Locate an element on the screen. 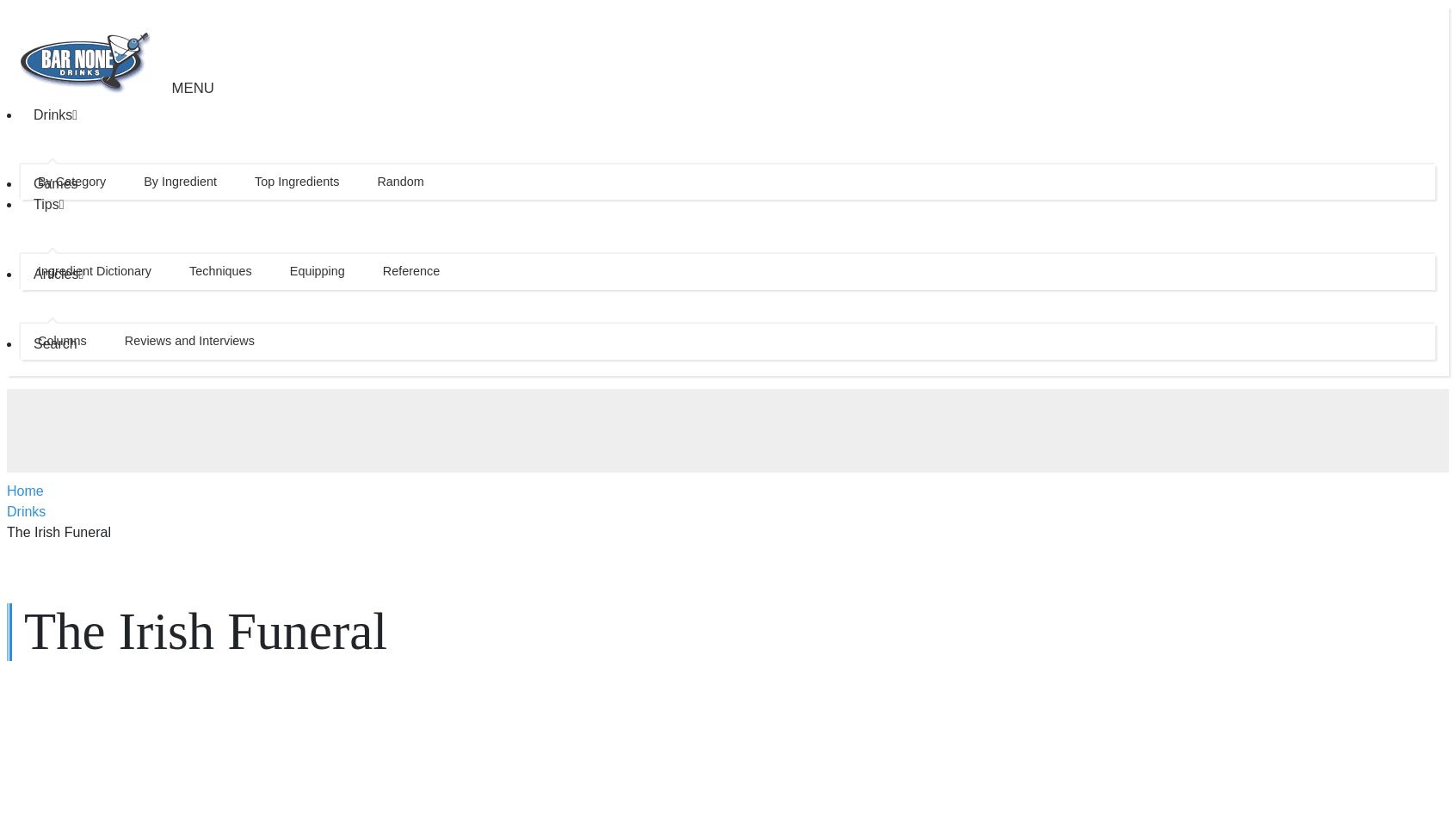  'Articles' is located at coordinates (54, 274).